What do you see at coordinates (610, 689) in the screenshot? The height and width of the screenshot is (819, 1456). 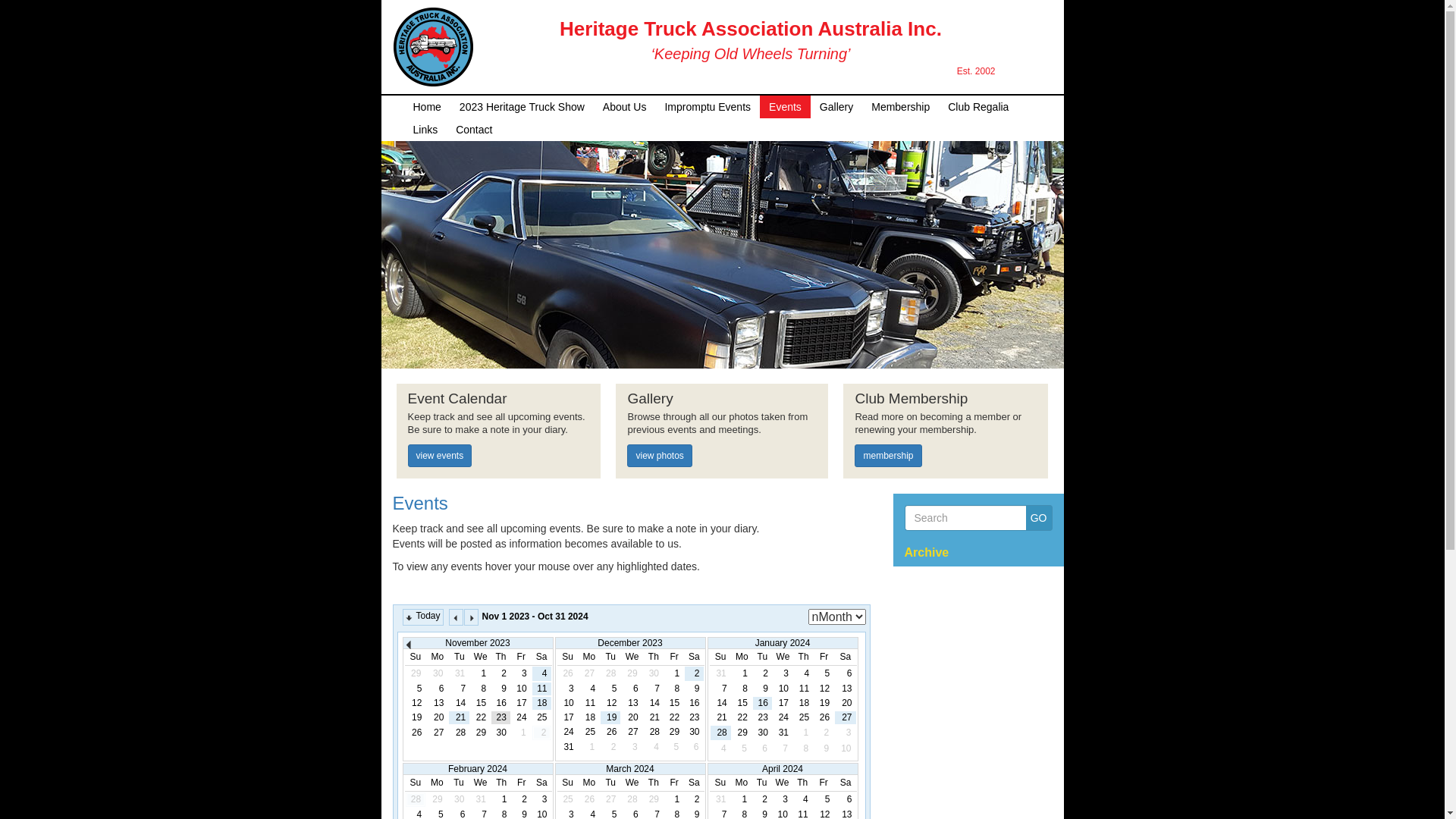 I see `'5'` at bounding box center [610, 689].